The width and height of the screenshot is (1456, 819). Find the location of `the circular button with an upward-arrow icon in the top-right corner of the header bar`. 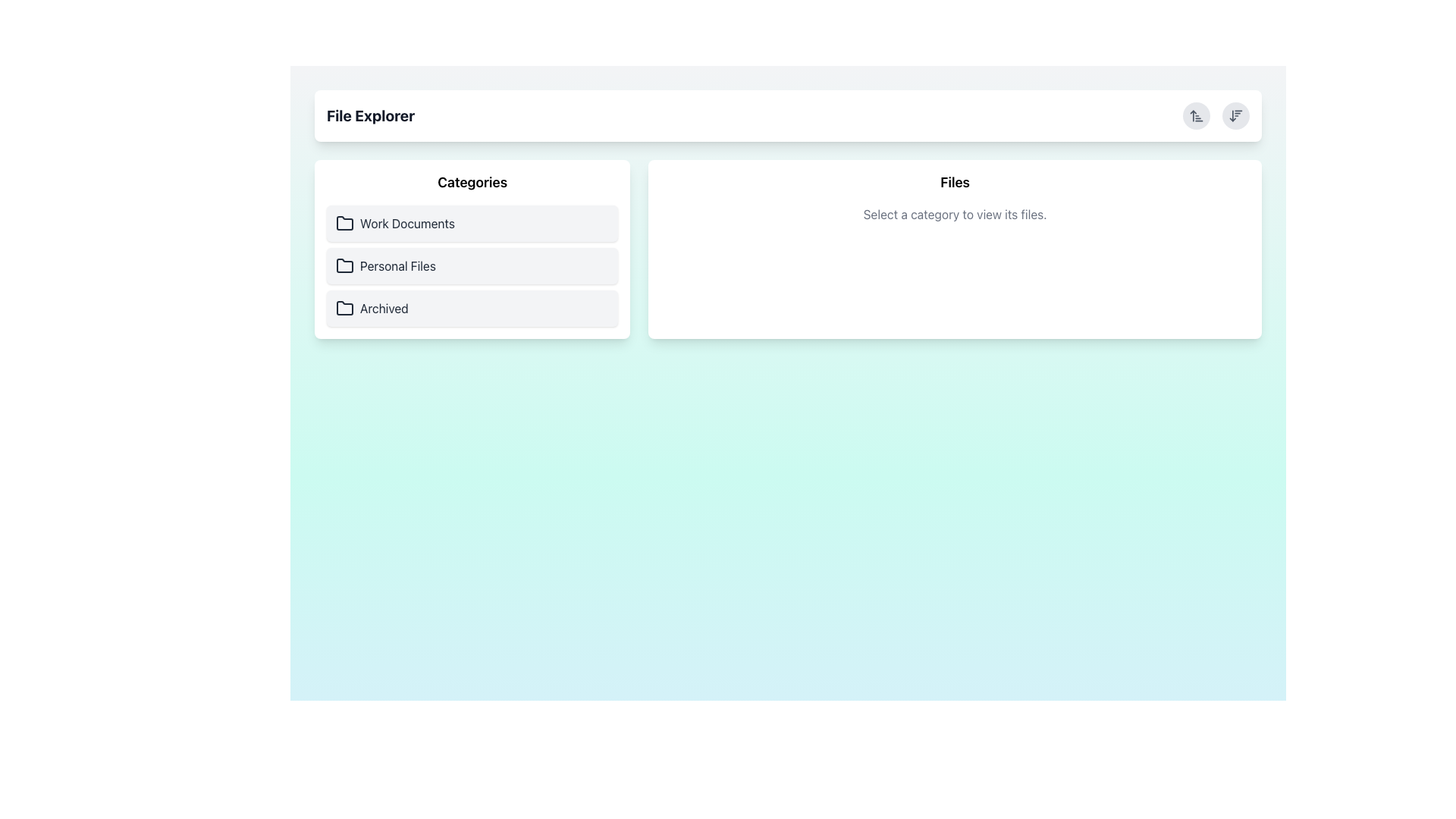

the circular button with an upward-arrow icon in the top-right corner of the header bar is located at coordinates (1196, 115).